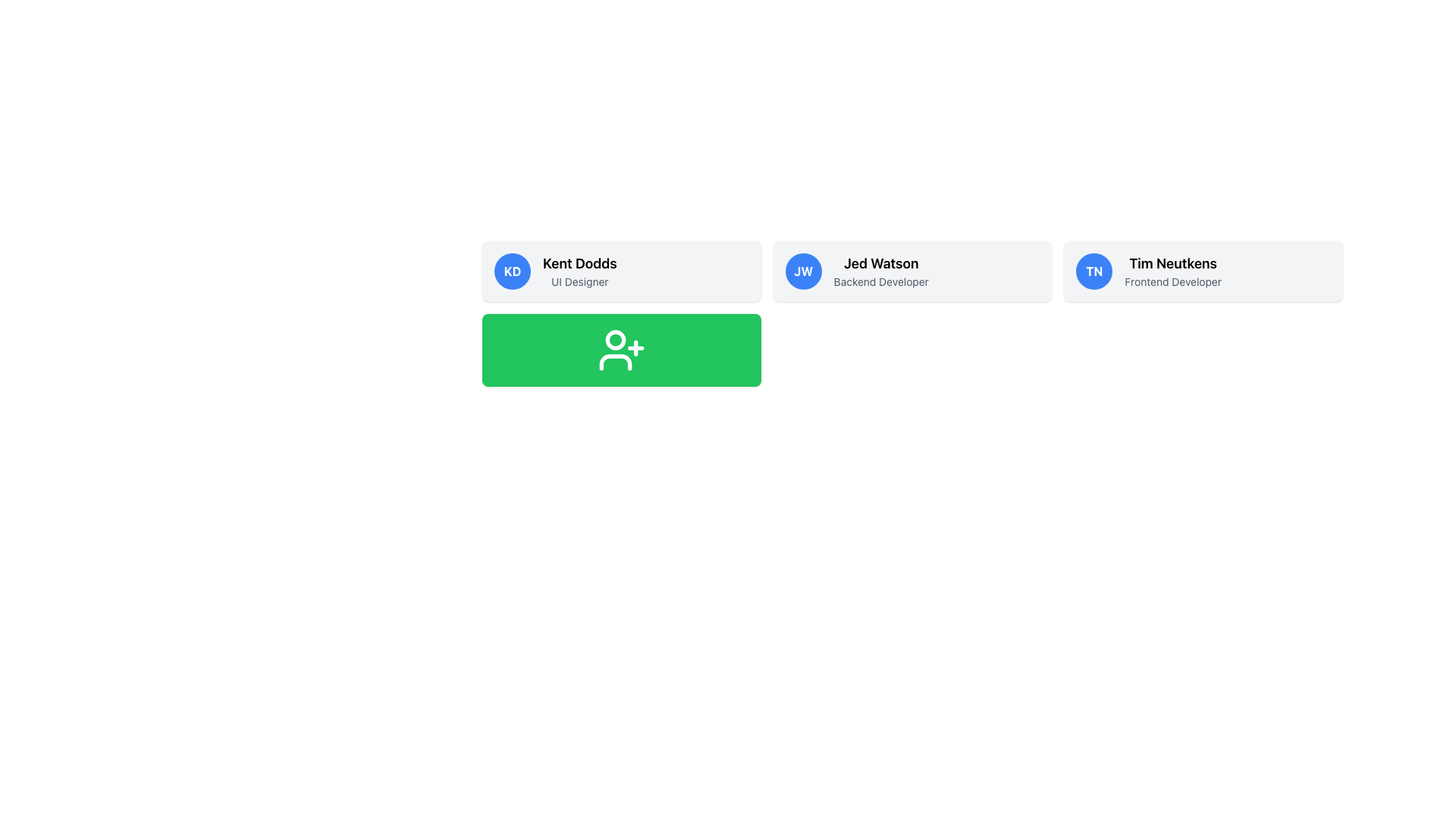 The height and width of the screenshot is (819, 1456). Describe the element at coordinates (579, 281) in the screenshot. I see `the static text label providing the role or title associated with 'Kent Dodds' located below his name in the user profile card` at that location.